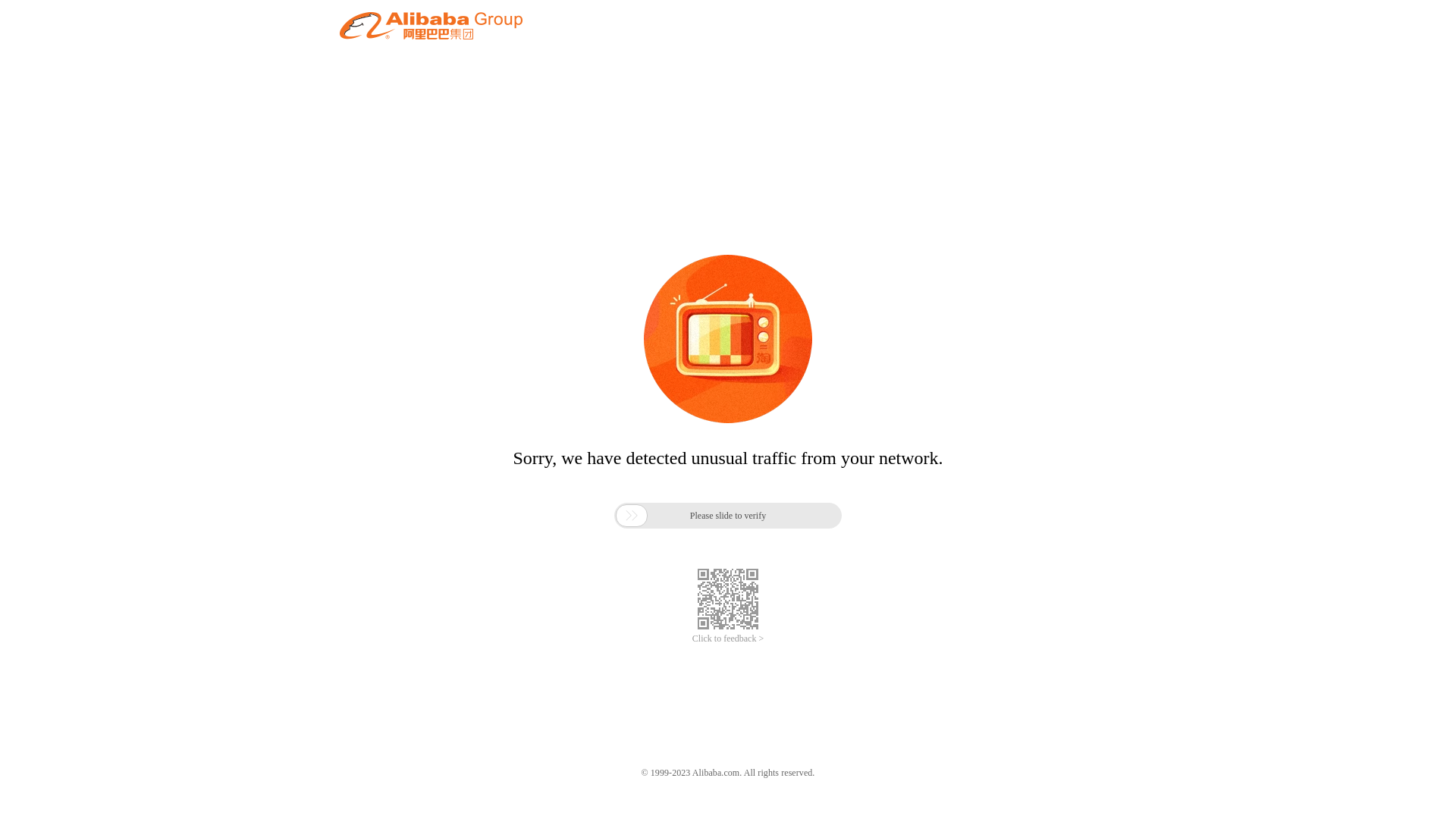  What do you see at coordinates (728, 639) in the screenshot?
I see `'Click to feedback >'` at bounding box center [728, 639].